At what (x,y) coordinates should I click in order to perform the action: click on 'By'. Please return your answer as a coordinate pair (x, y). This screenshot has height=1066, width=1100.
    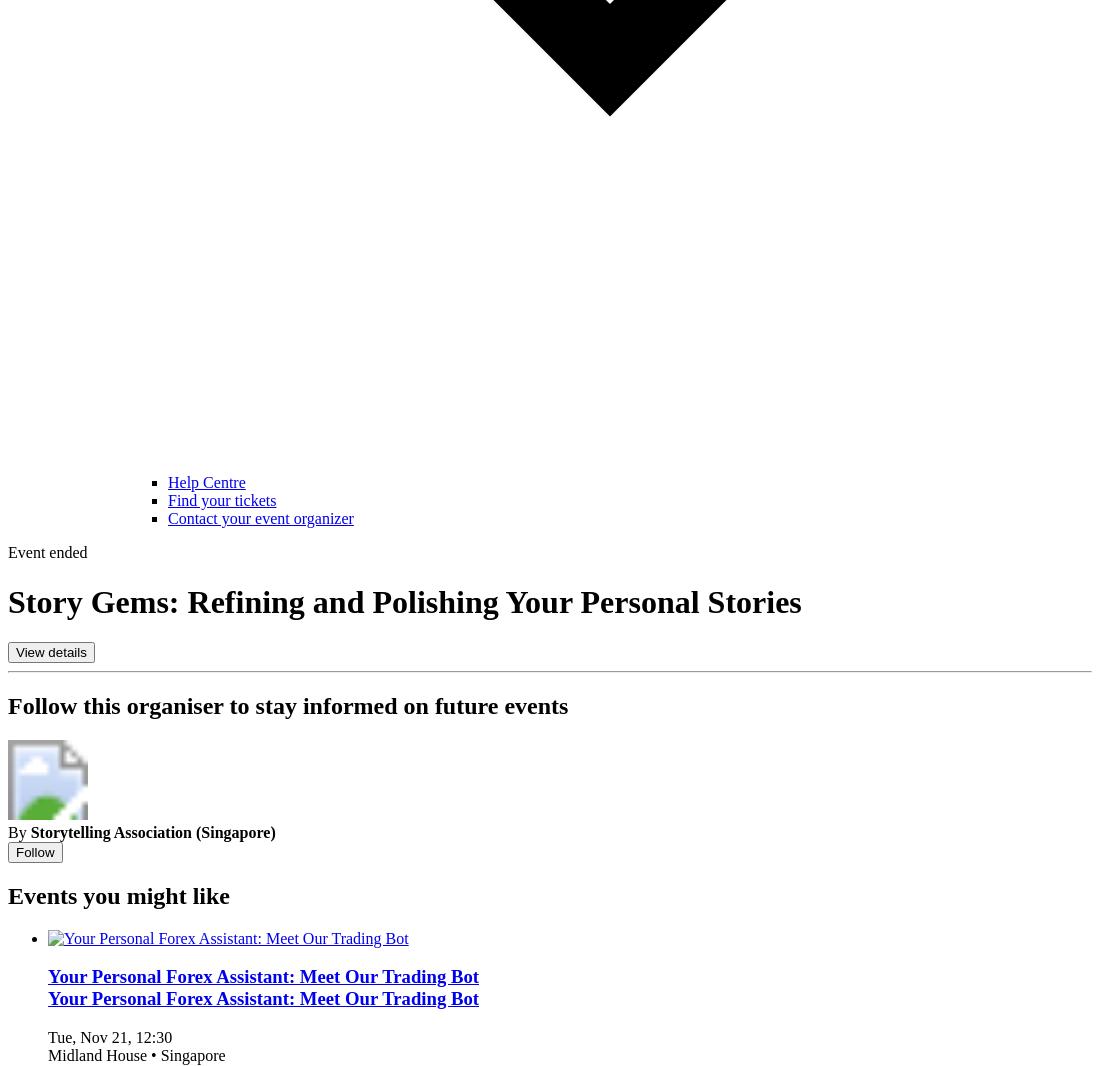
    Looking at the image, I should click on (16, 831).